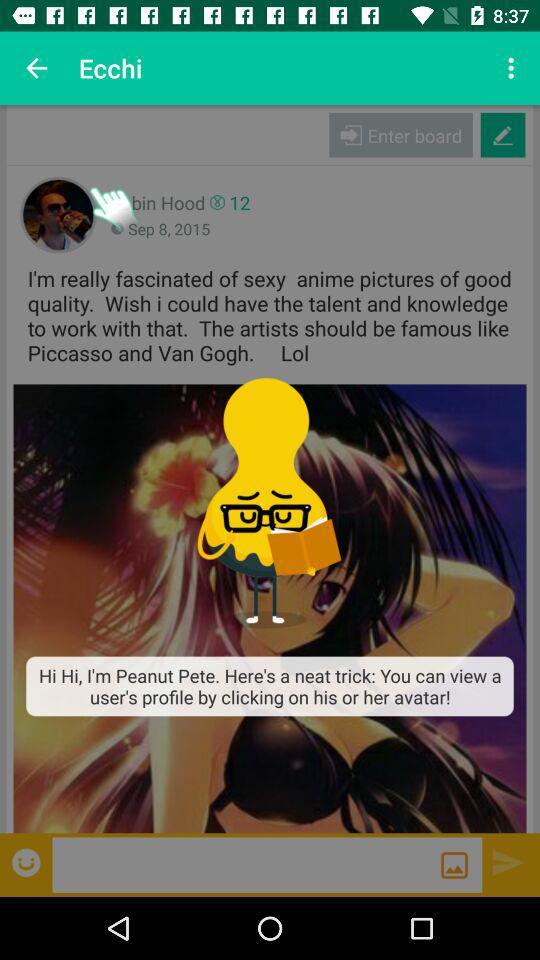 This screenshot has width=540, height=960. Describe the element at coordinates (508, 861) in the screenshot. I see `send` at that location.